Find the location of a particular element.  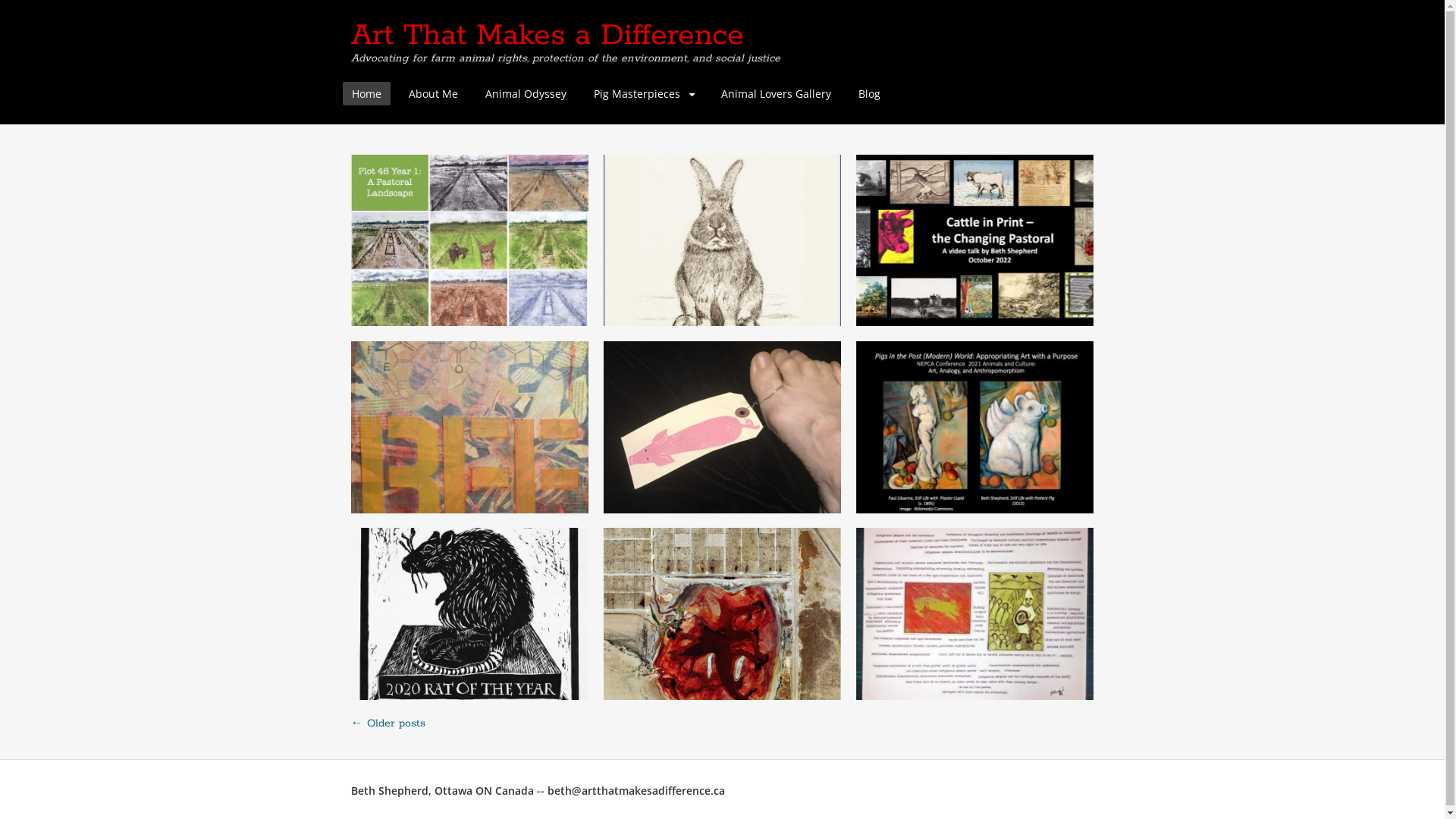

'Blog' is located at coordinates (869, 93).